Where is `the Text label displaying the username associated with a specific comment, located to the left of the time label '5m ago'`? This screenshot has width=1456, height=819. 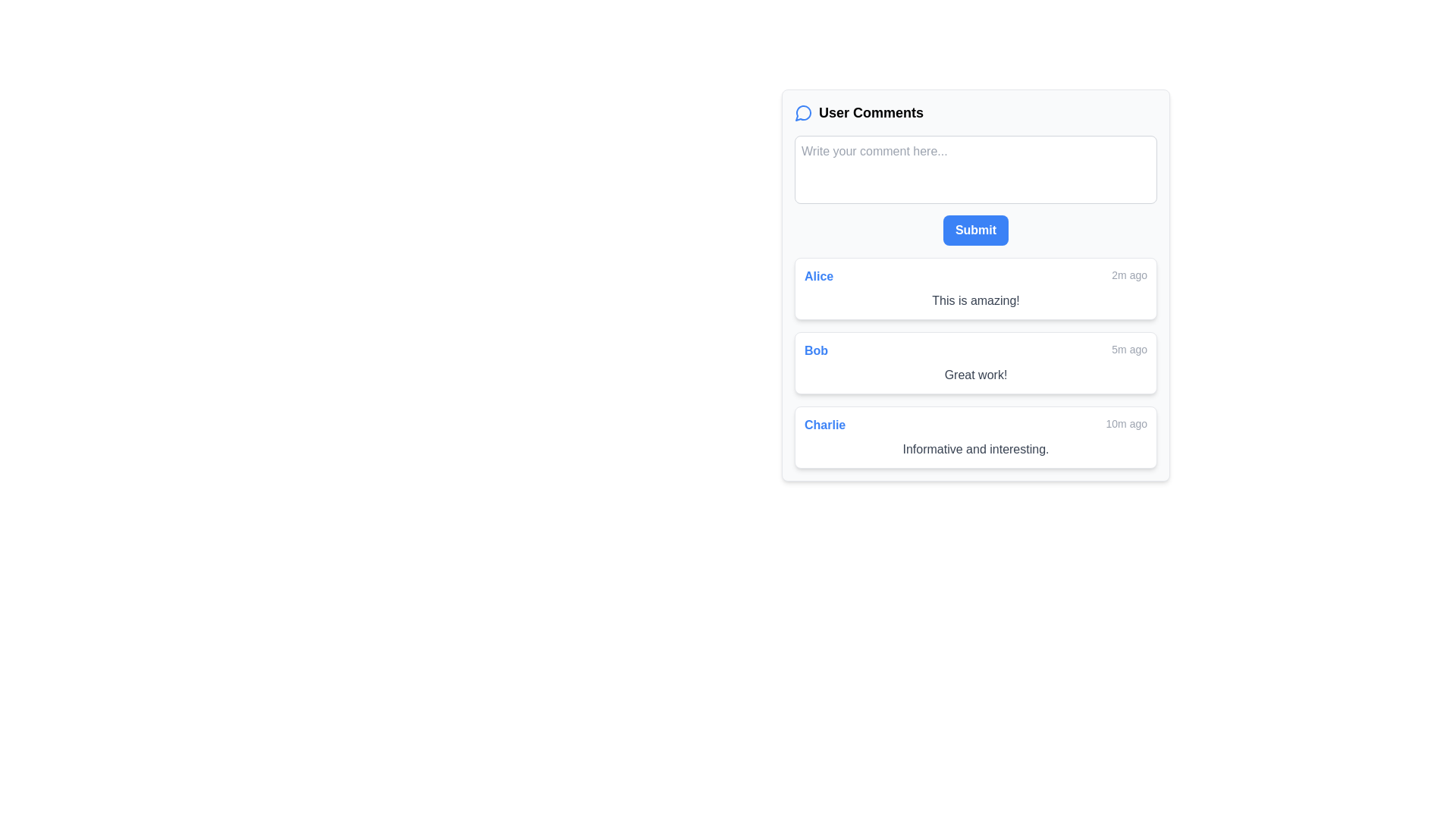 the Text label displaying the username associated with a specific comment, located to the left of the time label '5m ago' is located at coordinates (815, 350).